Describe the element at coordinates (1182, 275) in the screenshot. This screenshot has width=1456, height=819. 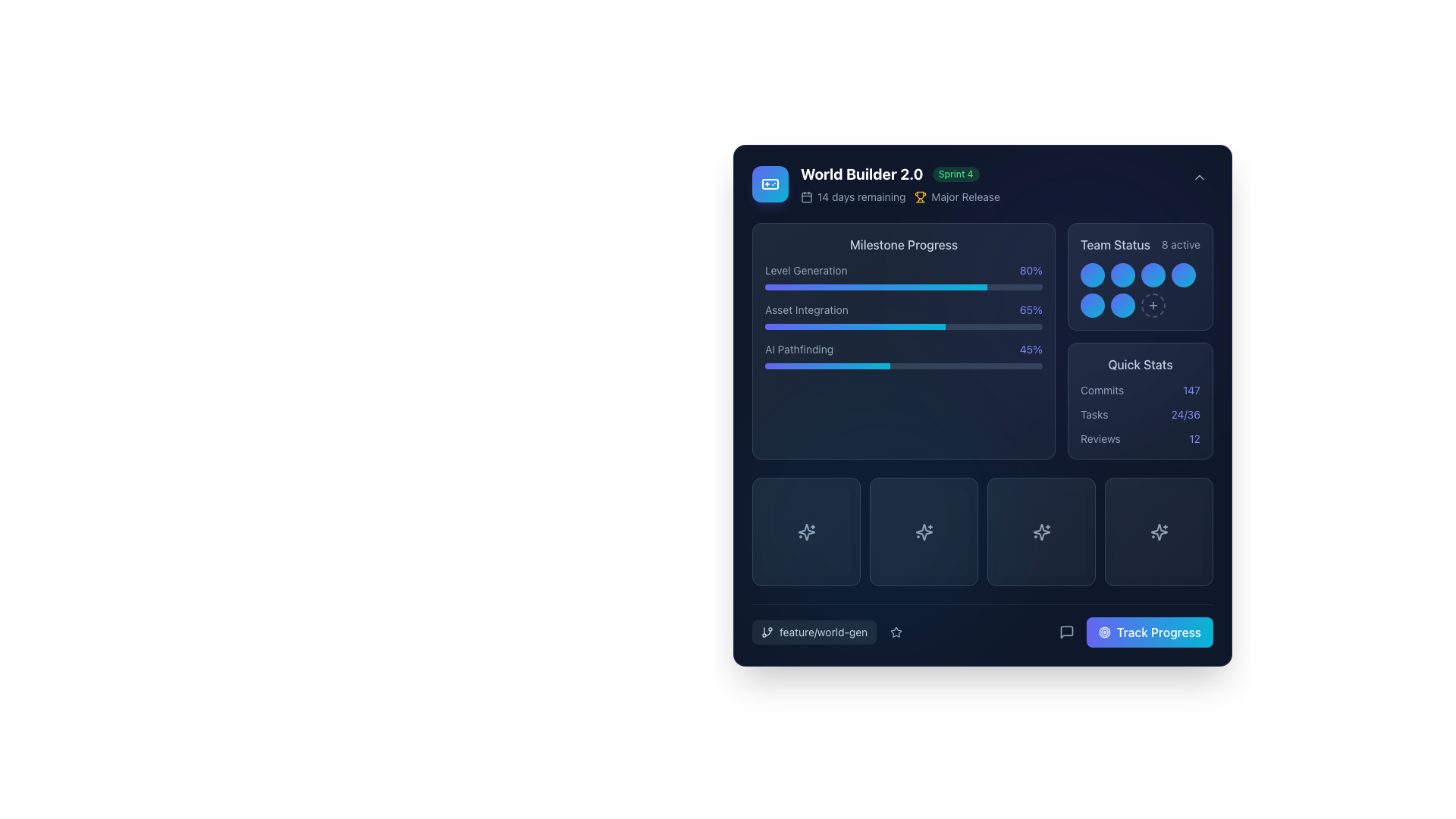
I see `the circular graphic icon with a gradient background transitioning from indigo to cyan, located as the fourth icon from the left in the 'Team Status' section` at that location.